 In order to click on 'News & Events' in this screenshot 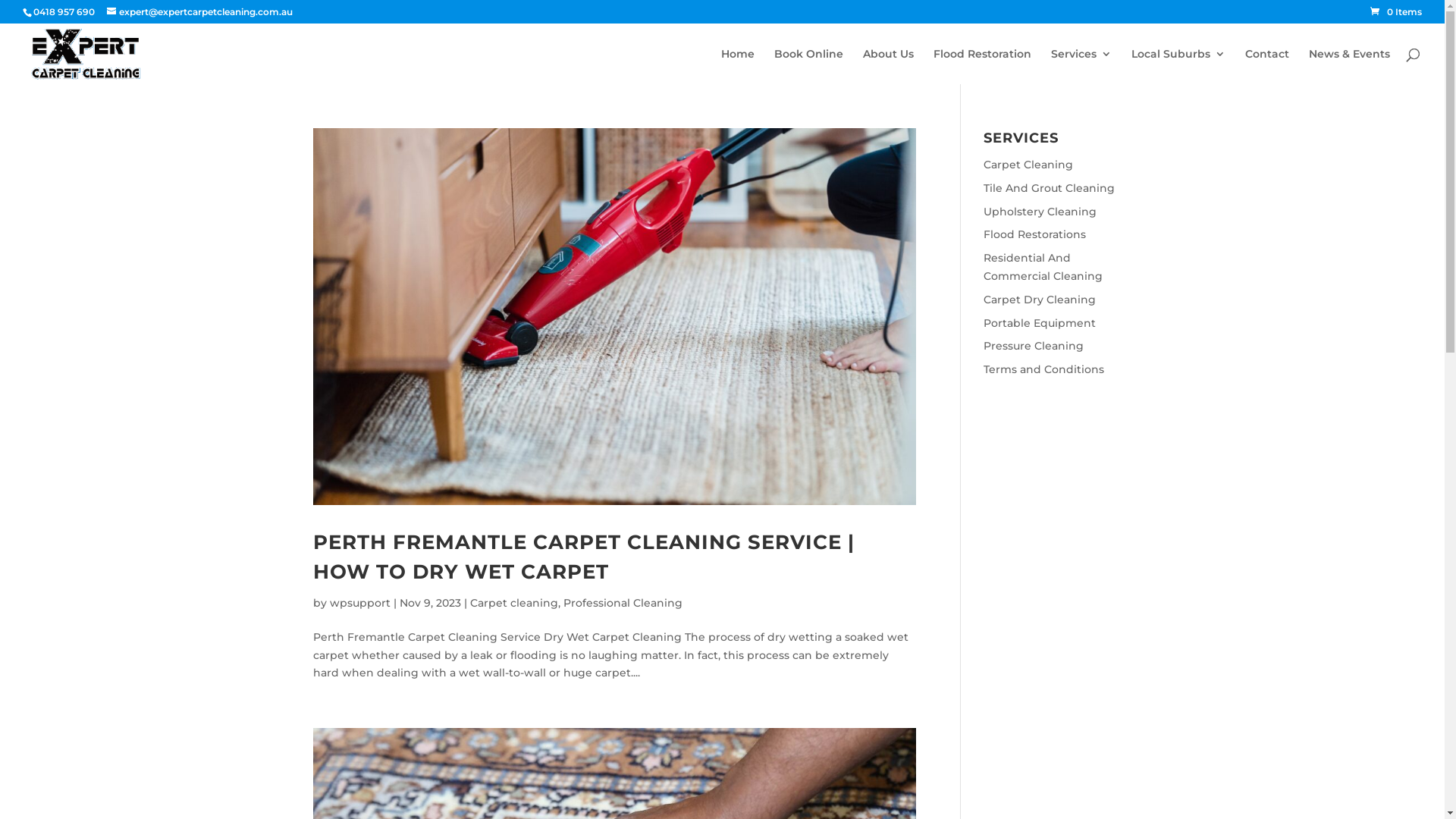, I will do `click(1349, 65)`.